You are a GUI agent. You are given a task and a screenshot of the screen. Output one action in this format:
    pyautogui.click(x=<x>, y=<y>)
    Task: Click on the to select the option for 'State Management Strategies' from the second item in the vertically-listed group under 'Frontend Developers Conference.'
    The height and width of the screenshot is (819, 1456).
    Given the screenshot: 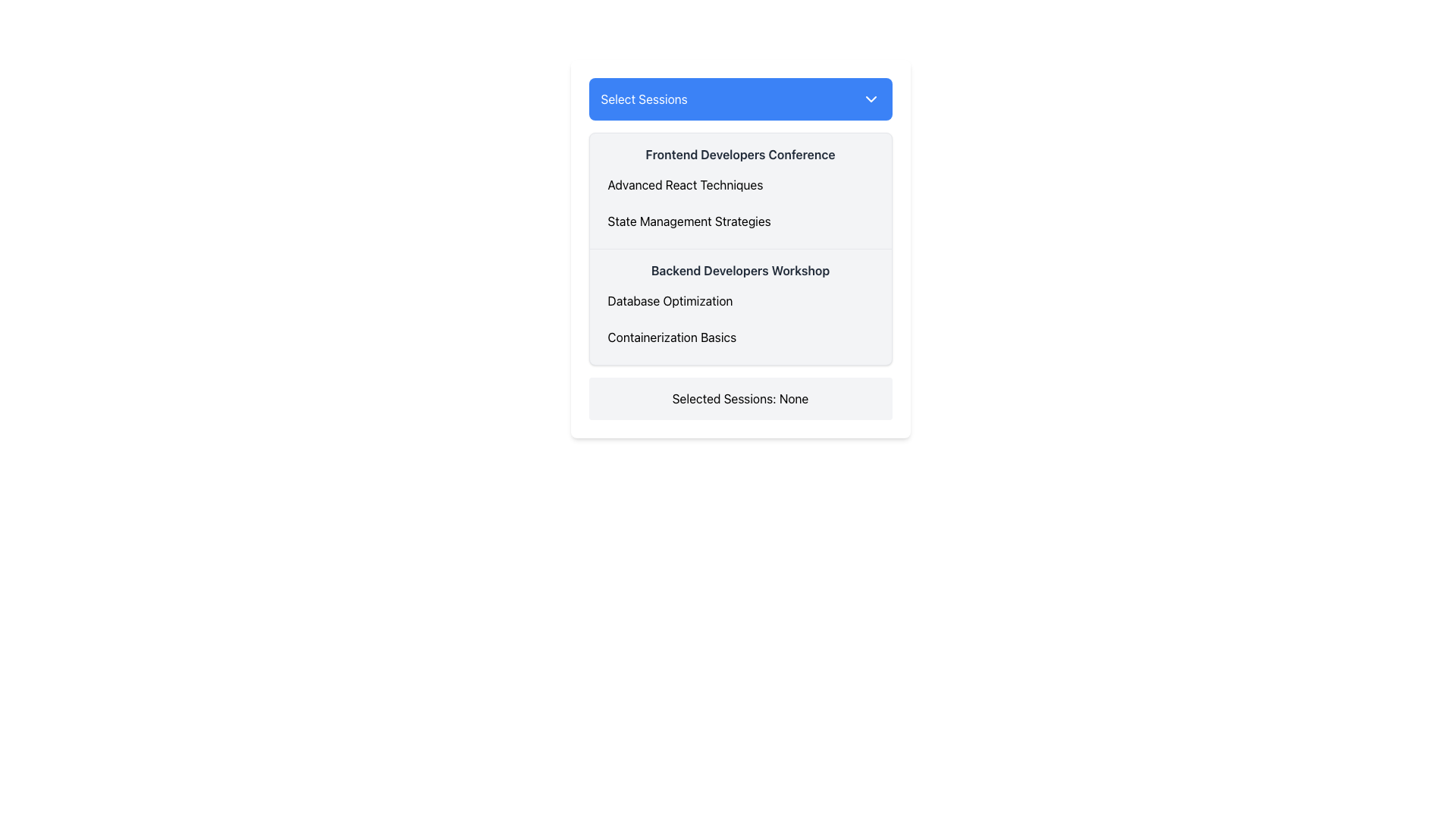 What is the action you would take?
    pyautogui.click(x=740, y=221)
    